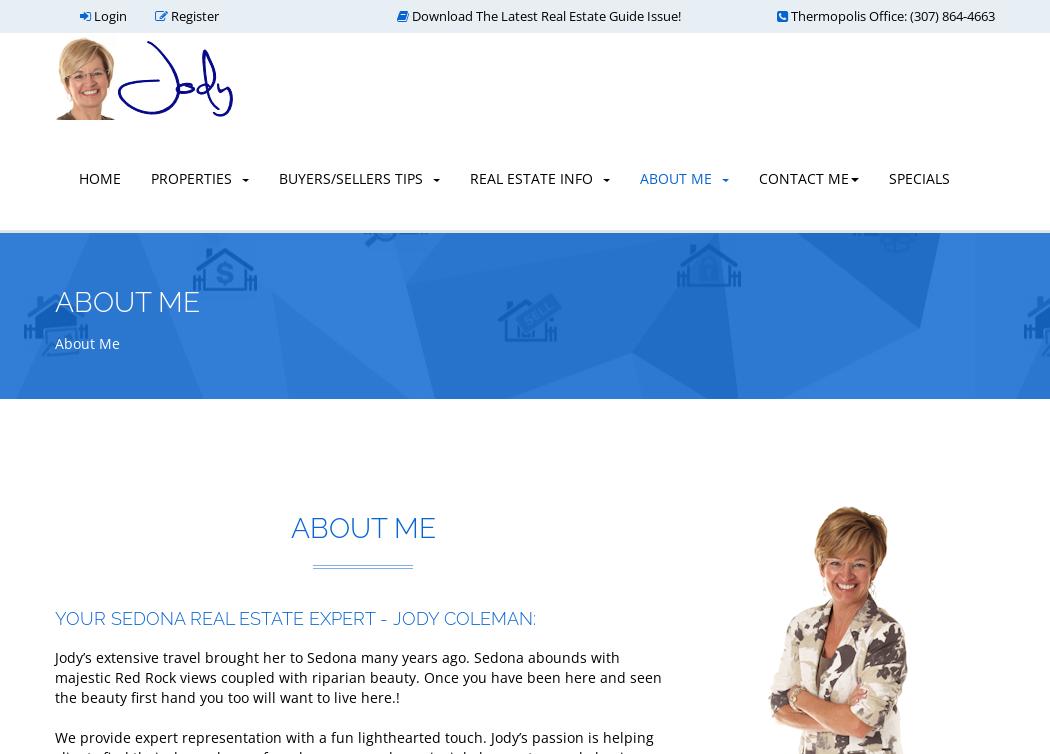 The image size is (1050, 754). What do you see at coordinates (919, 178) in the screenshot?
I see `'Specials'` at bounding box center [919, 178].